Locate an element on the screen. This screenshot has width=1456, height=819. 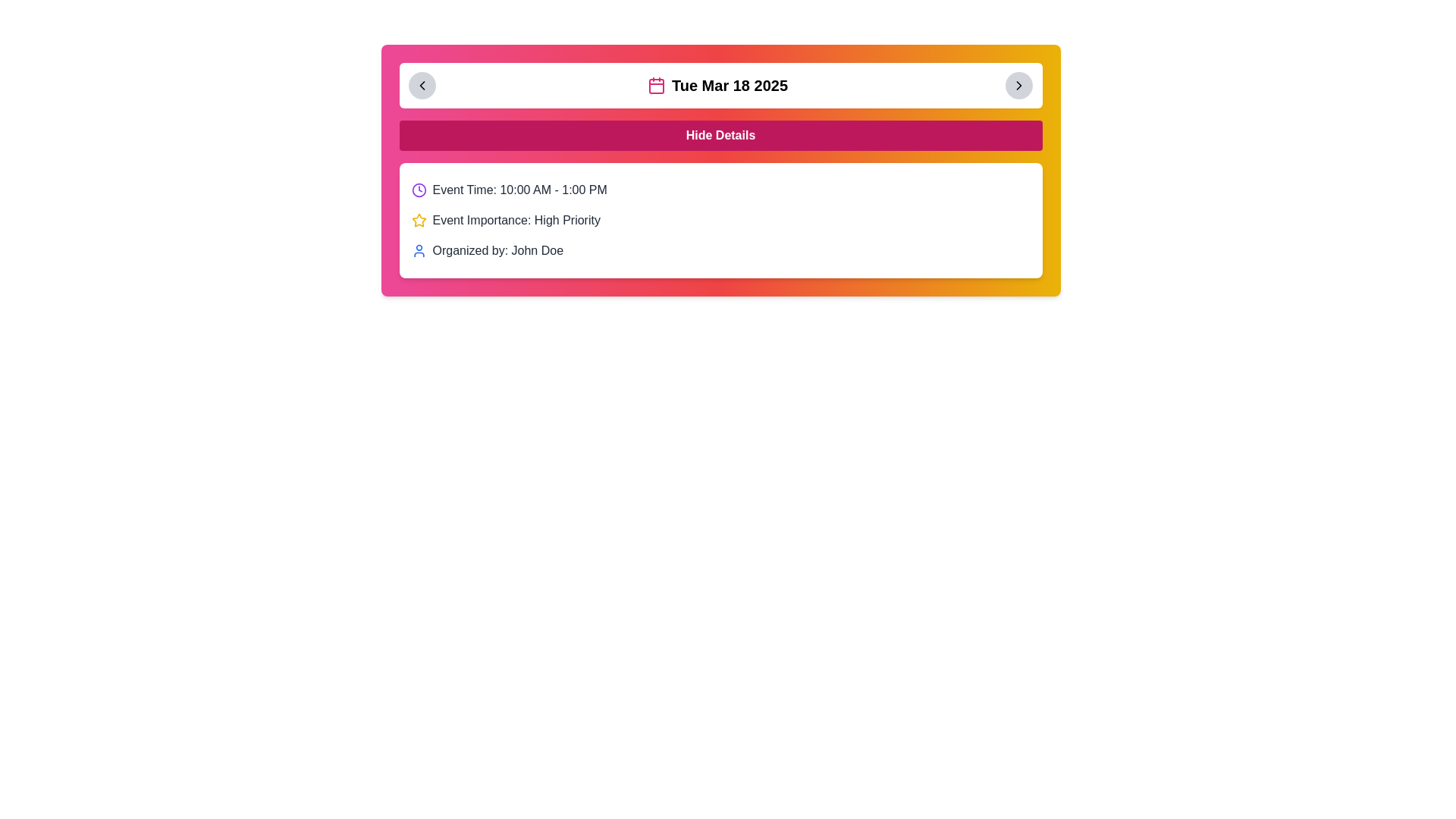
the navigational back button located on the left side of the horizontal bar at the top of the card-like section to observe the style change is located at coordinates (422, 85).